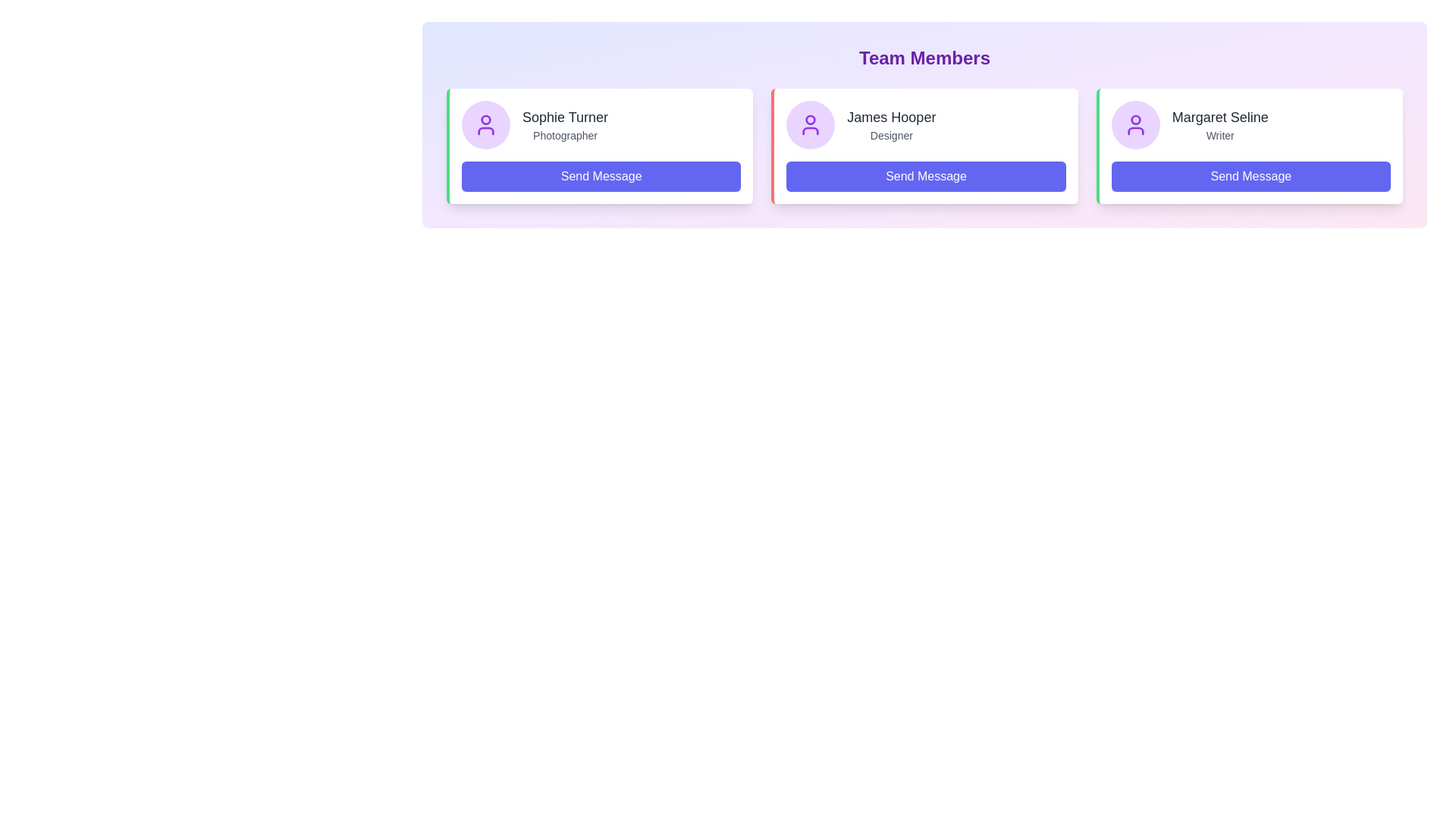  I want to click on the text label displaying the name 'Margaret Seline' located in the upper-right card of the 'Team Members' section, so click(1220, 116).